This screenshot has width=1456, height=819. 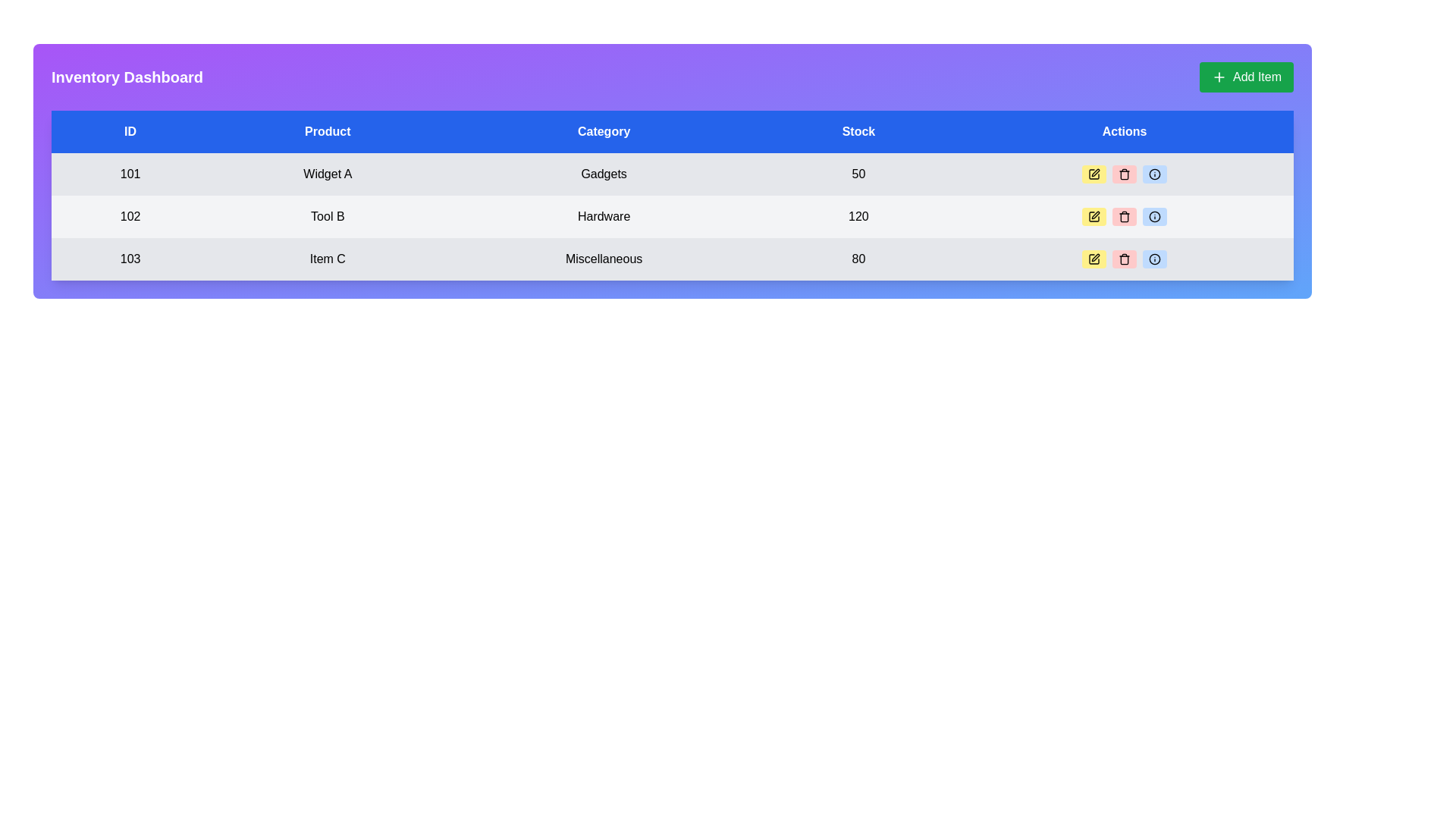 I want to click on the content of the Static text field displaying the unique identifier (ID) for 'Tool B', located in the second row of the table under the 'ID' column, so click(x=130, y=216).